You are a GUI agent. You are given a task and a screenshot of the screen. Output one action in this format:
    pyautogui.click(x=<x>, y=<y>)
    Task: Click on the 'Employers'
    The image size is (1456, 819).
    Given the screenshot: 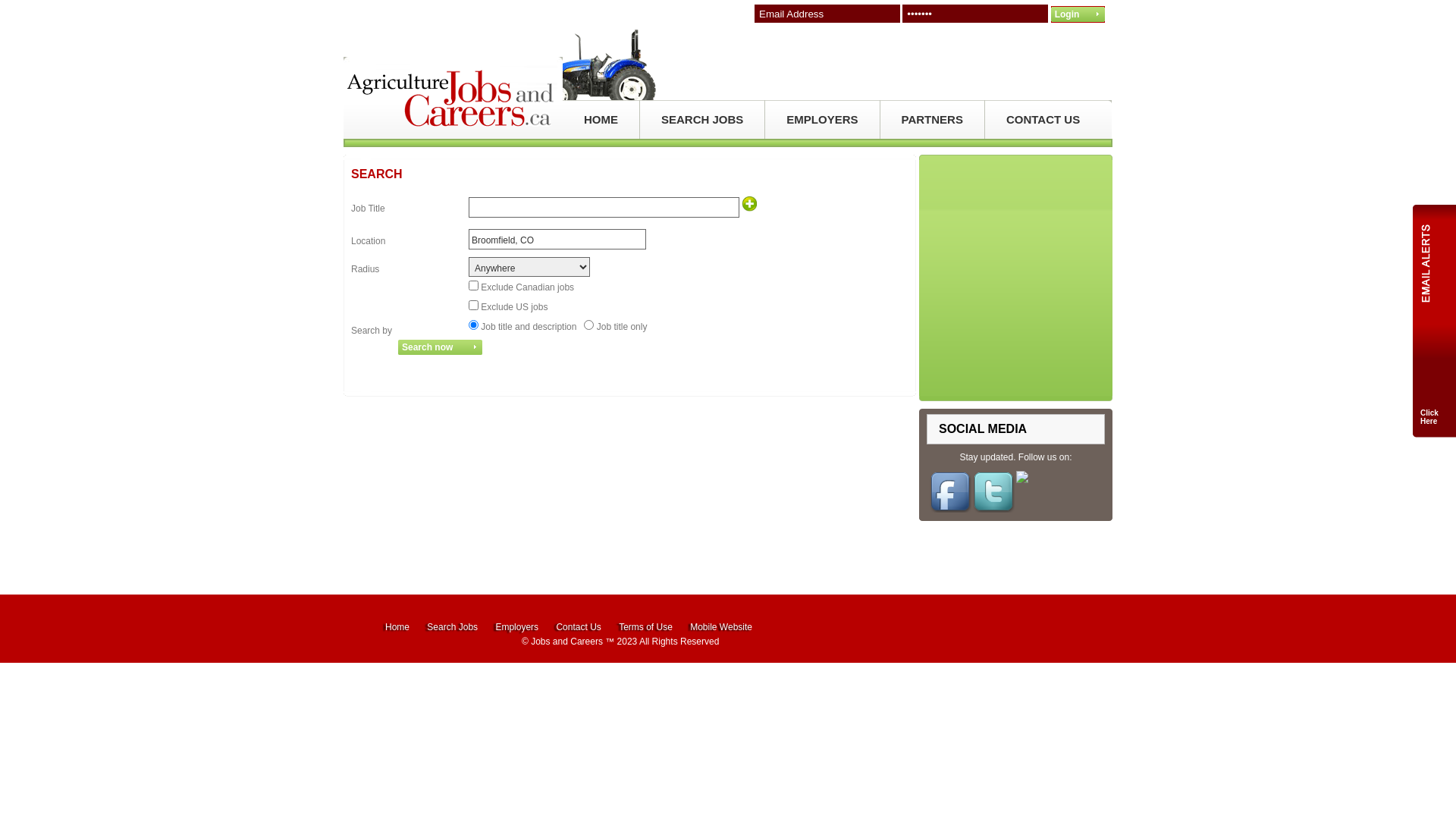 What is the action you would take?
    pyautogui.click(x=494, y=626)
    